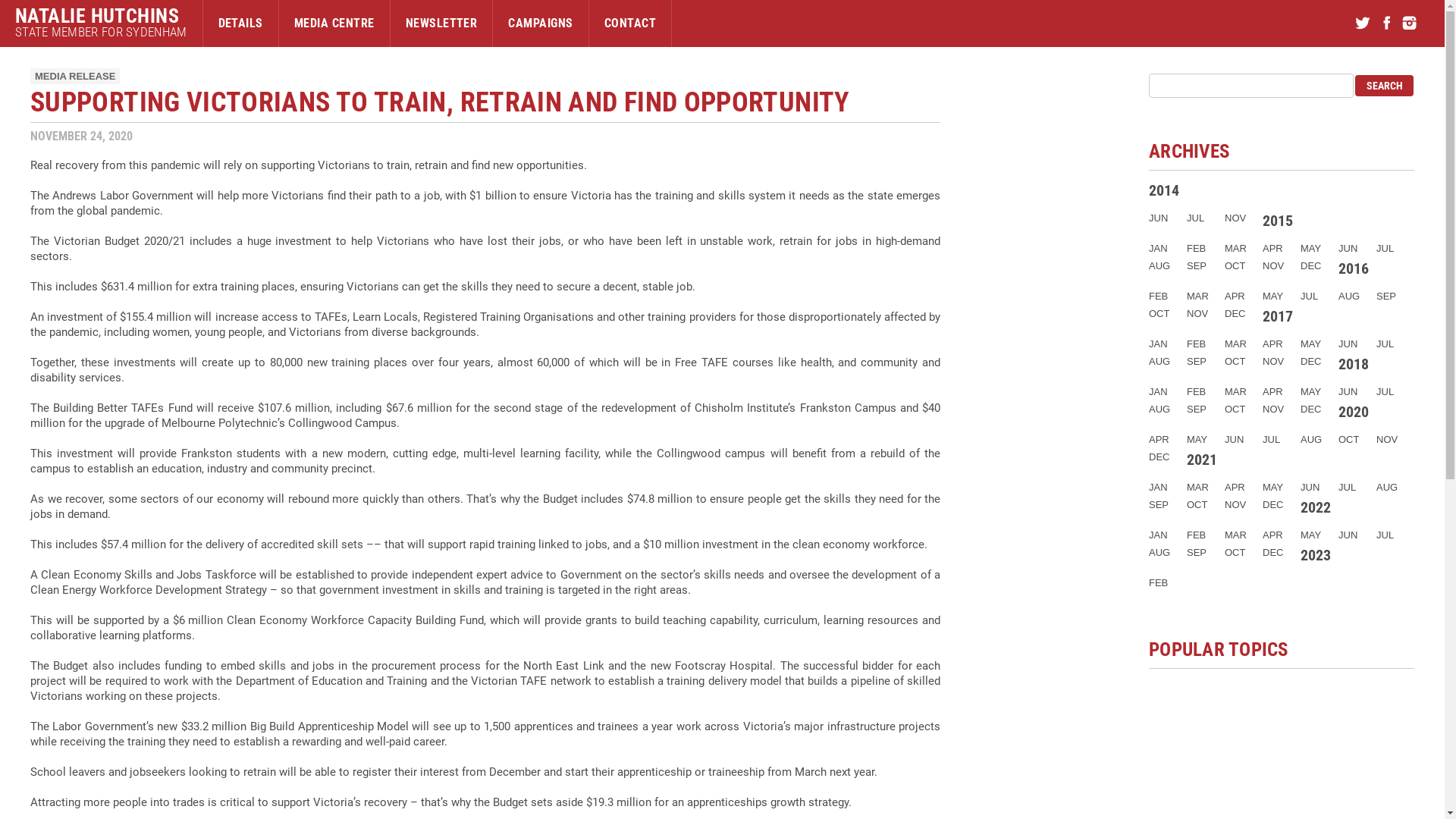  What do you see at coordinates (1149, 218) in the screenshot?
I see `'JUN'` at bounding box center [1149, 218].